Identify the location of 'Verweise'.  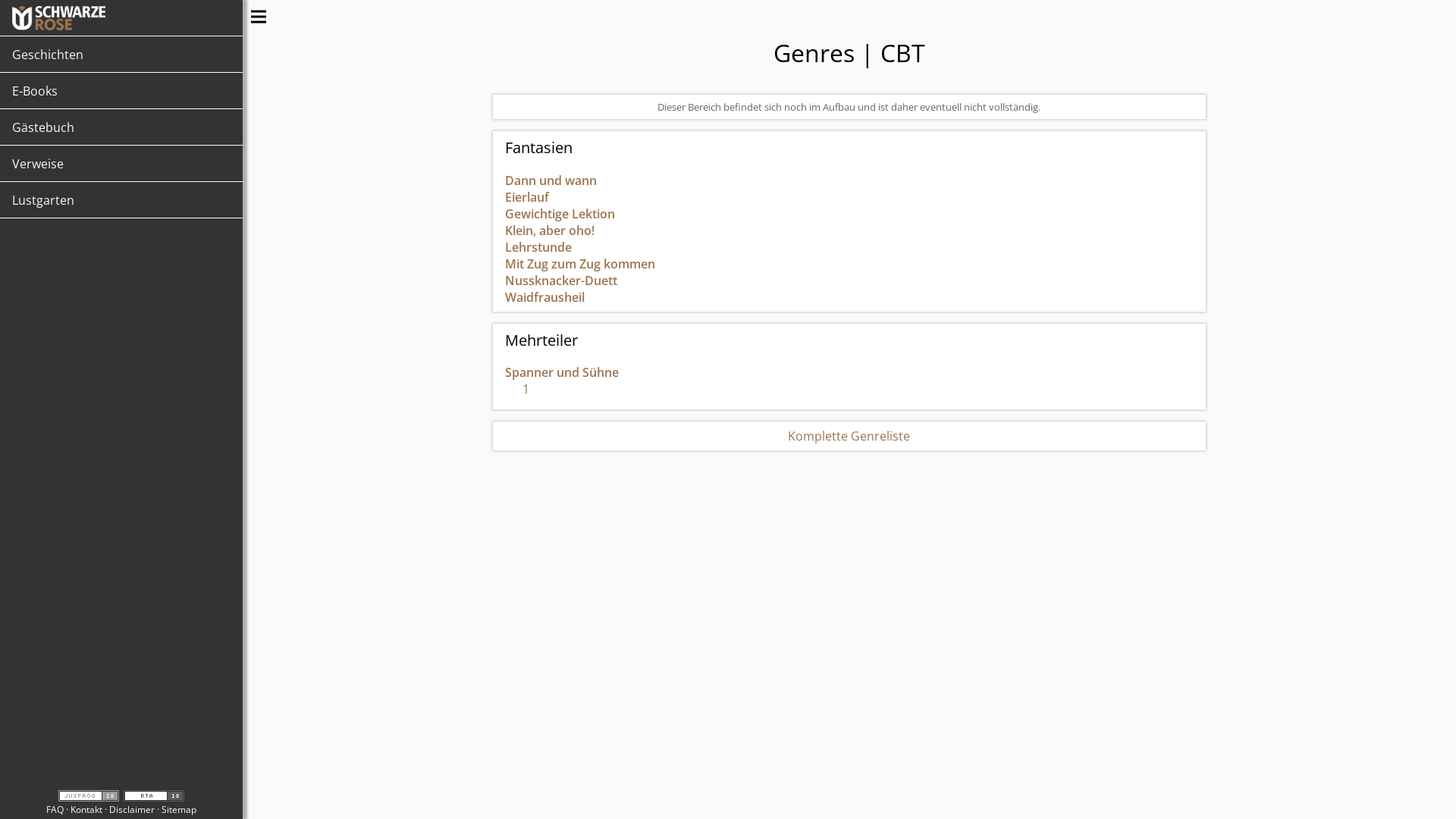
(120, 164).